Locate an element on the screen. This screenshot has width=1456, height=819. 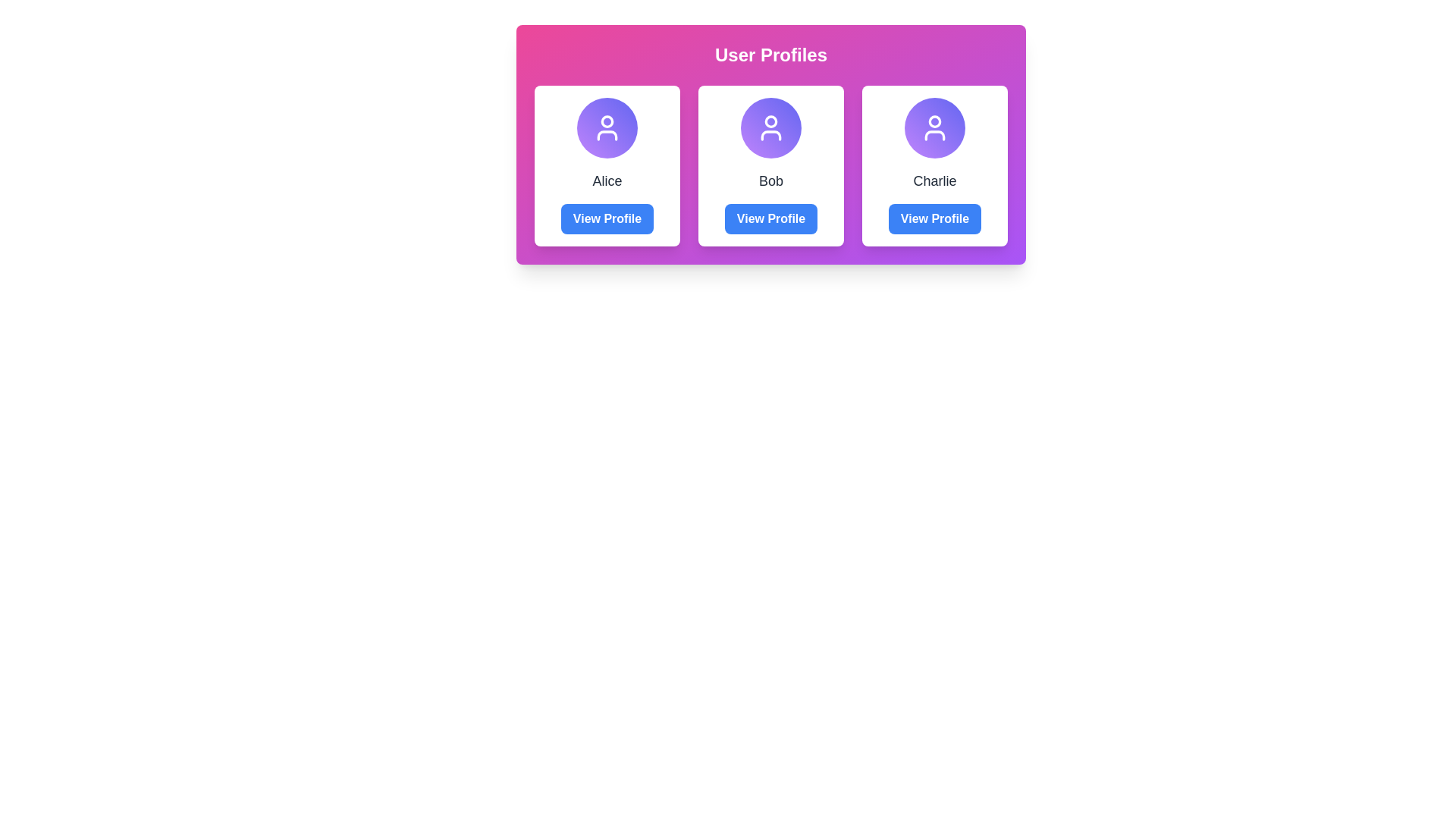
the lower half of the SVG user icon representing 'Charlie' in the third column of the user profiles section is located at coordinates (934, 134).